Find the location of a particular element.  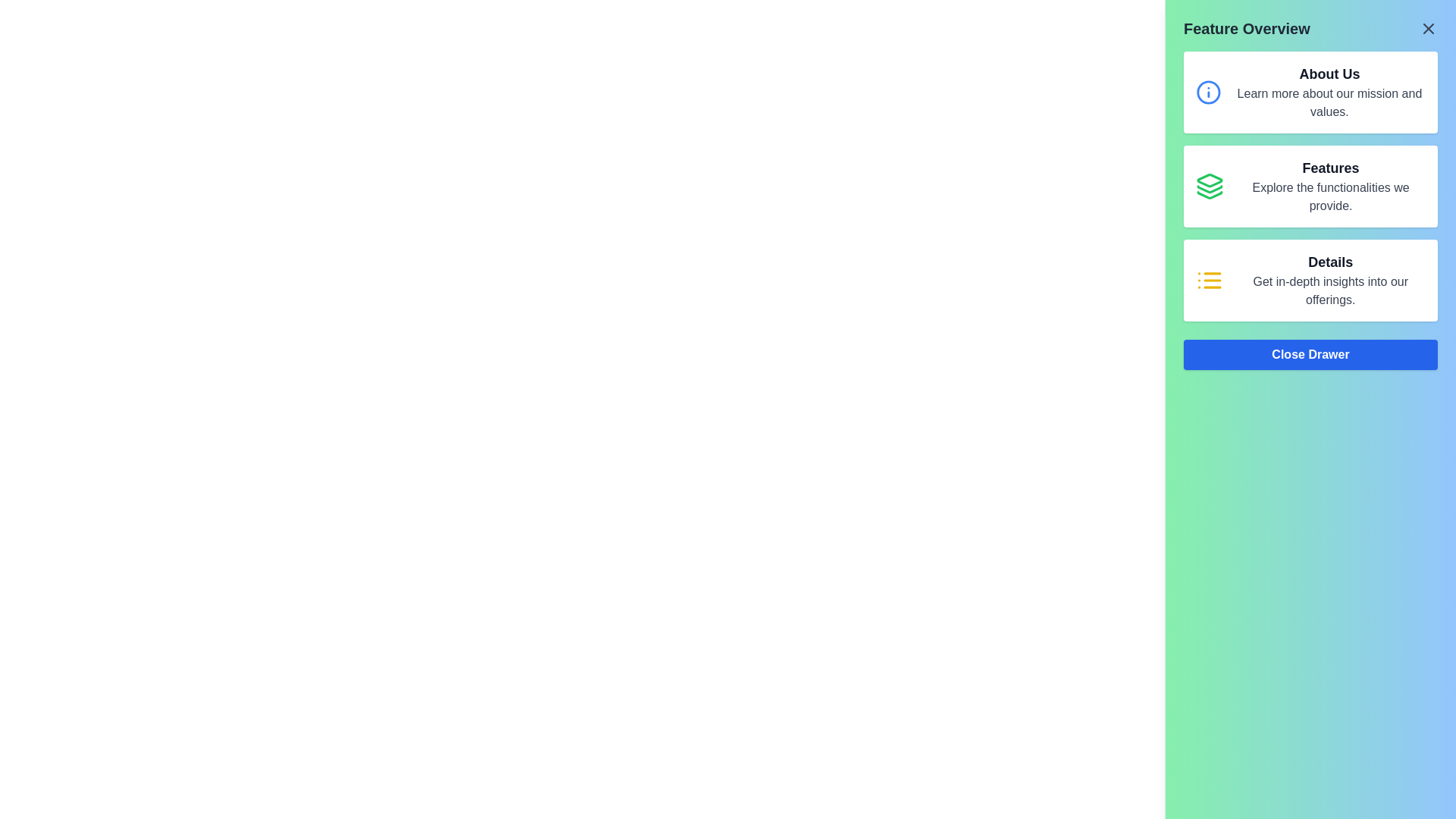

the static text element styled in gray with the content 'Get in-depth insights into our offerings.' located below the bold title 'Details.' is located at coordinates (1329, 291).